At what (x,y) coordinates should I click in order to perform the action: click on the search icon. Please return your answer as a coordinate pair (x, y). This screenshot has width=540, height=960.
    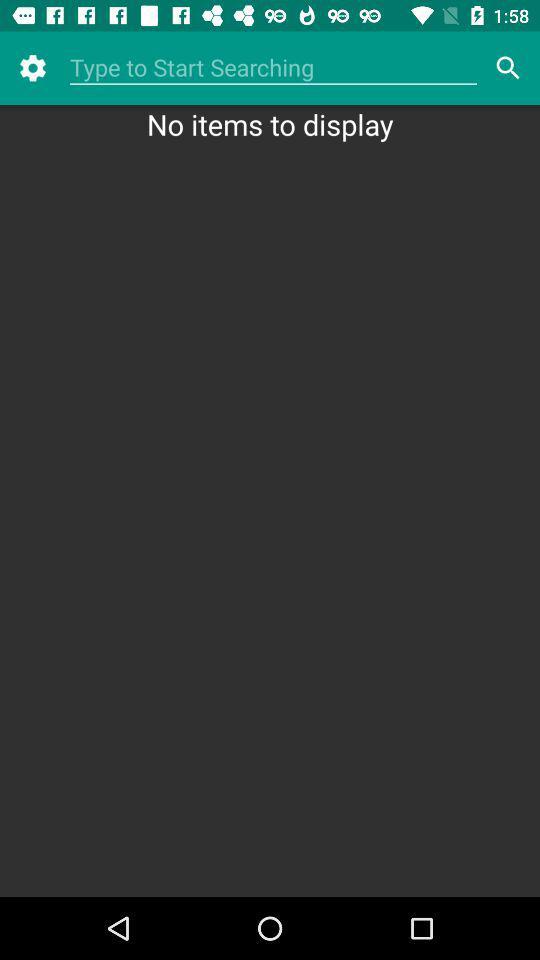
    Looking at the image, I should click on (508, 68).